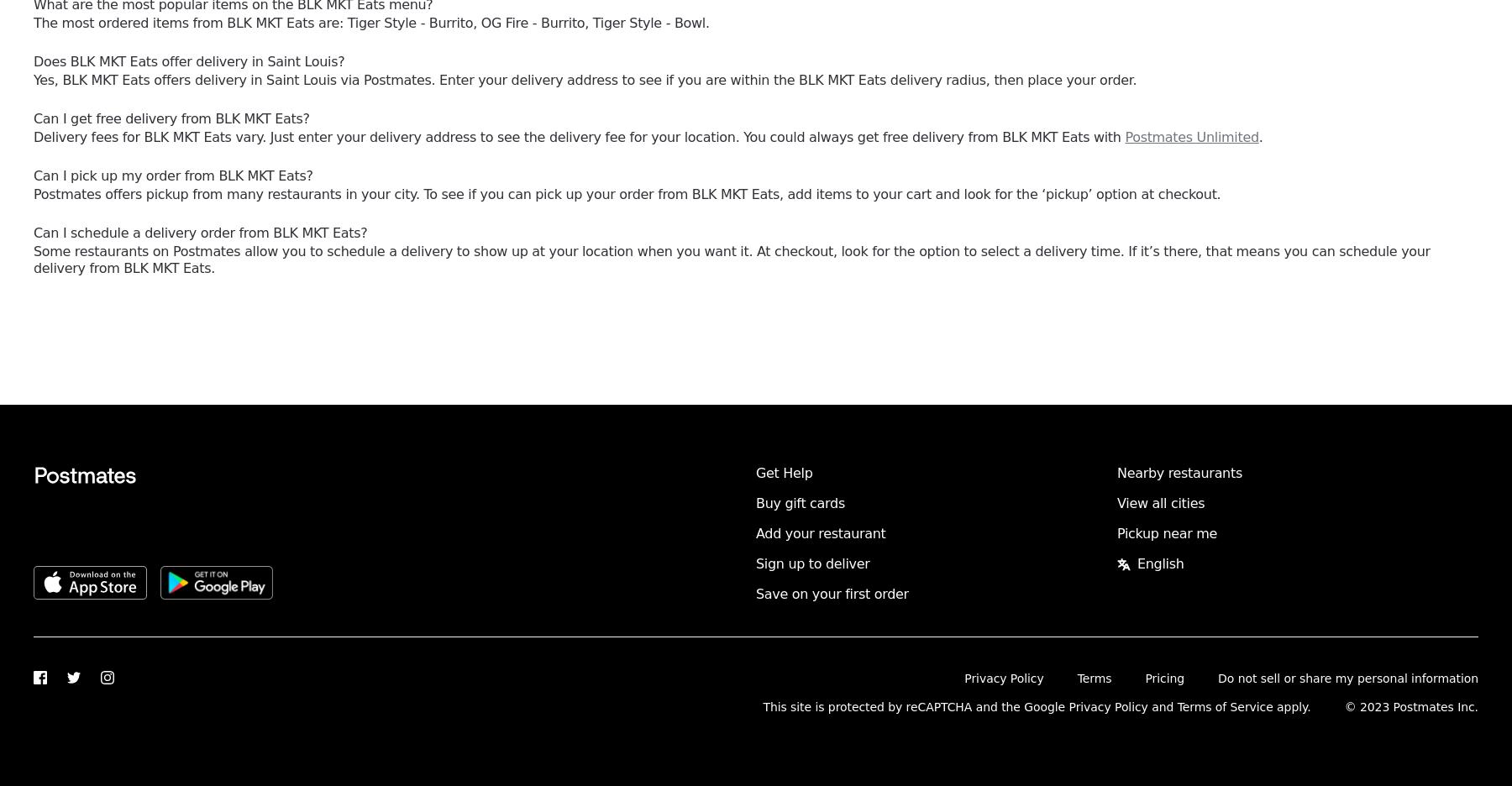 This screenshot has height=786, width=1512. What do you see at coordinates (1159, 563) in the screenshot?
I see `'English'` at bounding box center [1159, 563].